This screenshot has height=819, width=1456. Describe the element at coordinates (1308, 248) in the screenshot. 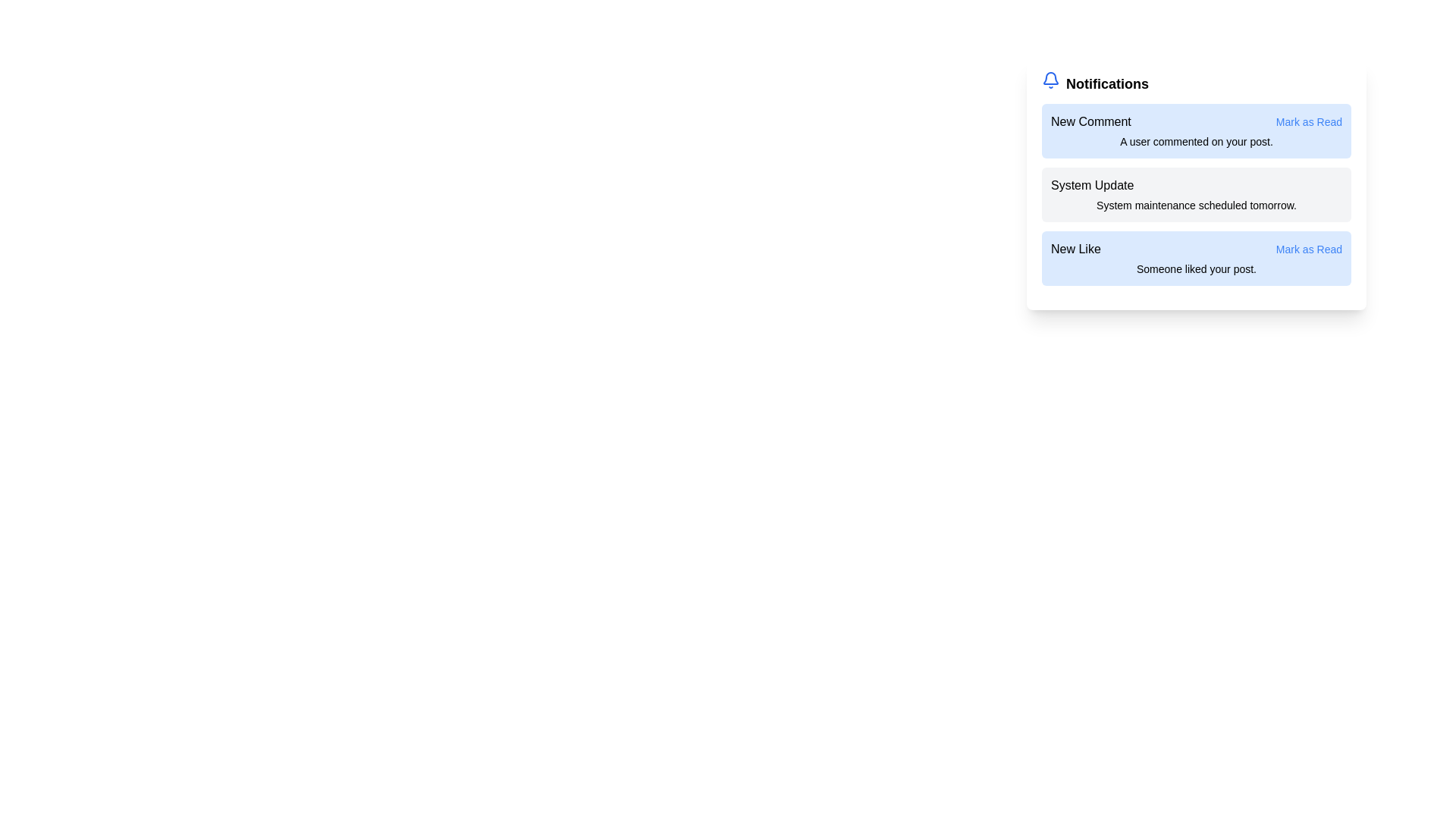

I see `the 'Mark as Read' button for the notification titled New Like` at that location.